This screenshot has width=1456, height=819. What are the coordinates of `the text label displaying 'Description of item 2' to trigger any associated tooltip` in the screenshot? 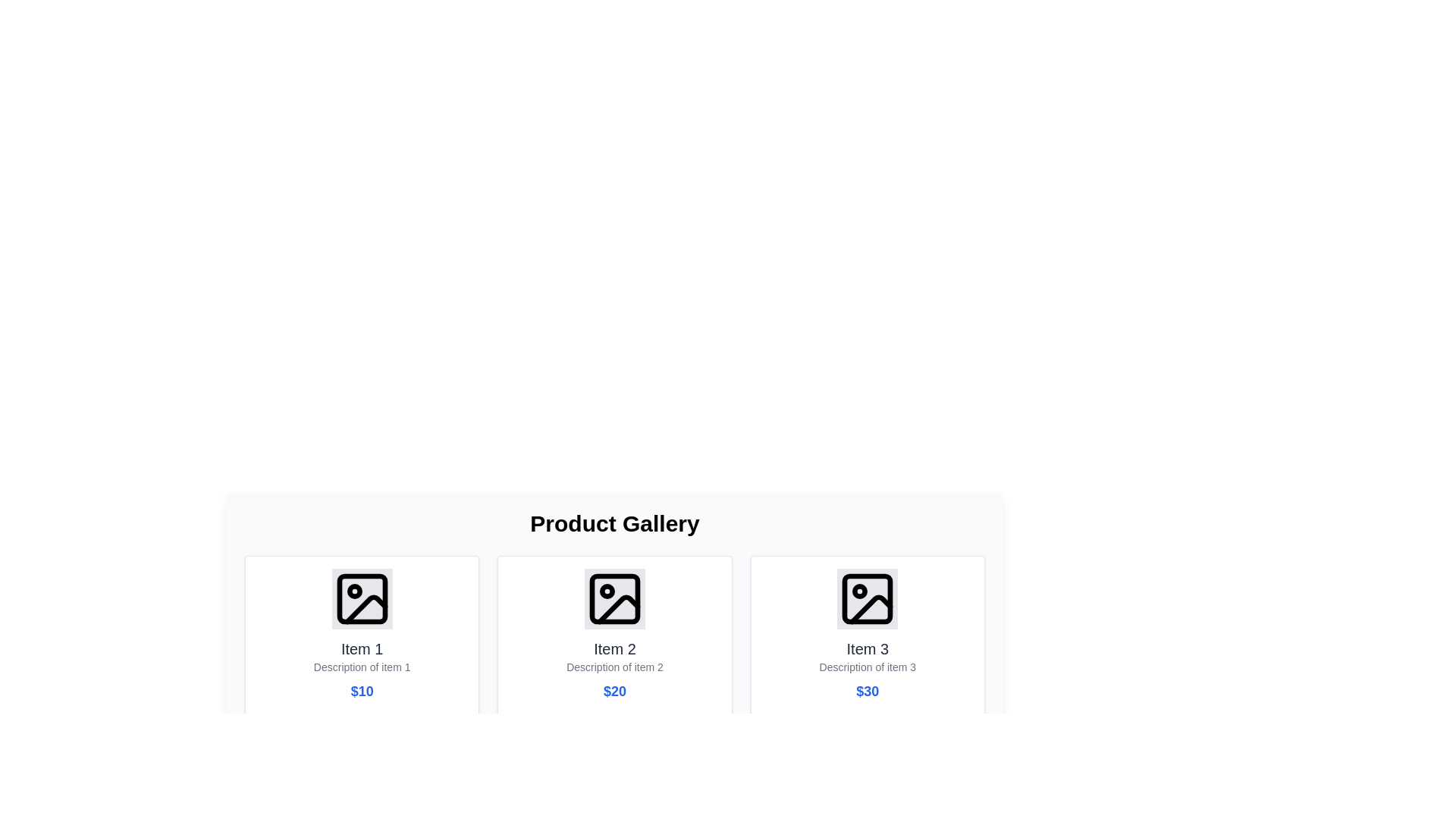 It's located at (615, 666).